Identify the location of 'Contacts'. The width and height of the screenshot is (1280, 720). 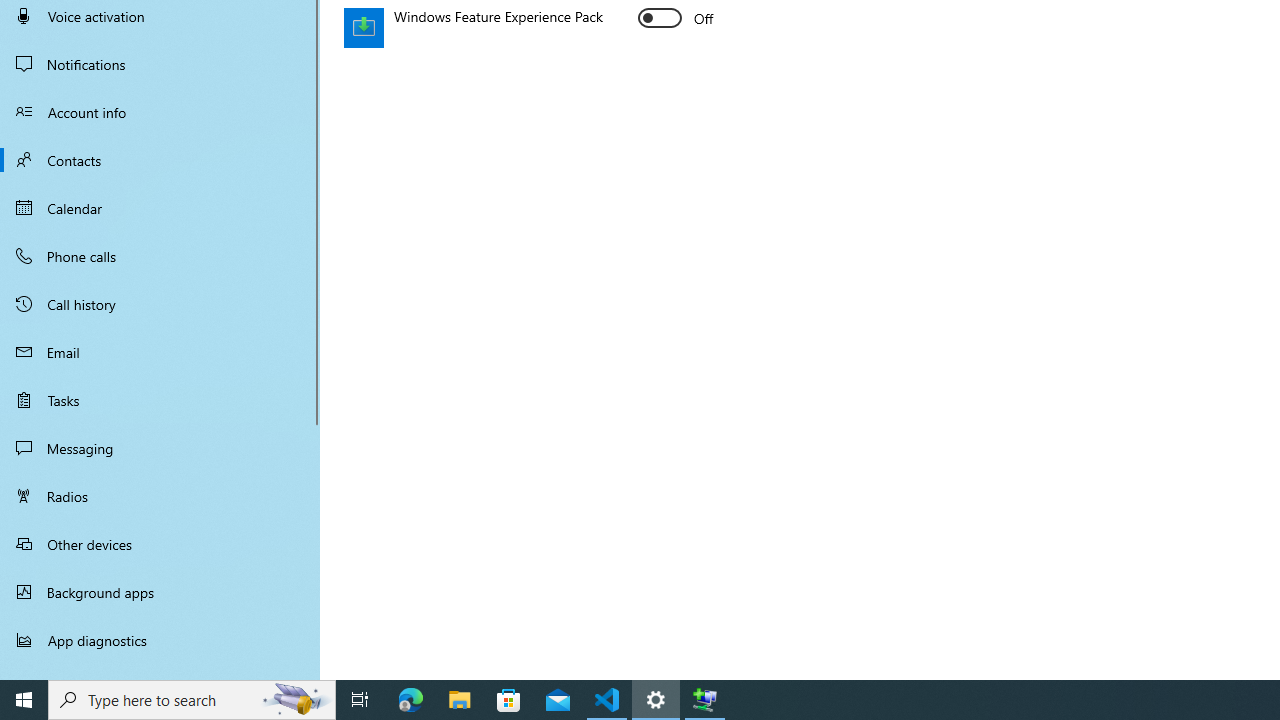
(160, 159).